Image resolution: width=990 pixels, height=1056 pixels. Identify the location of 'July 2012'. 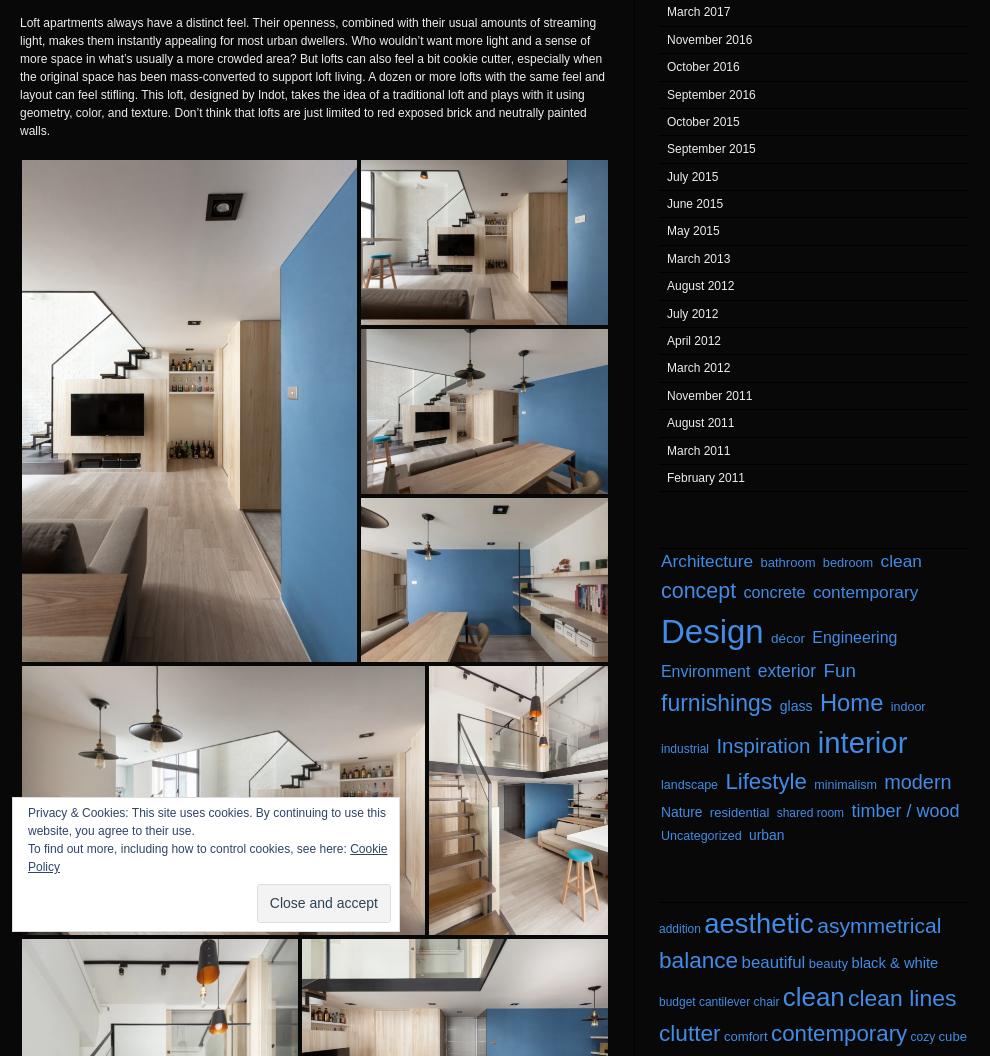
(692, 312).